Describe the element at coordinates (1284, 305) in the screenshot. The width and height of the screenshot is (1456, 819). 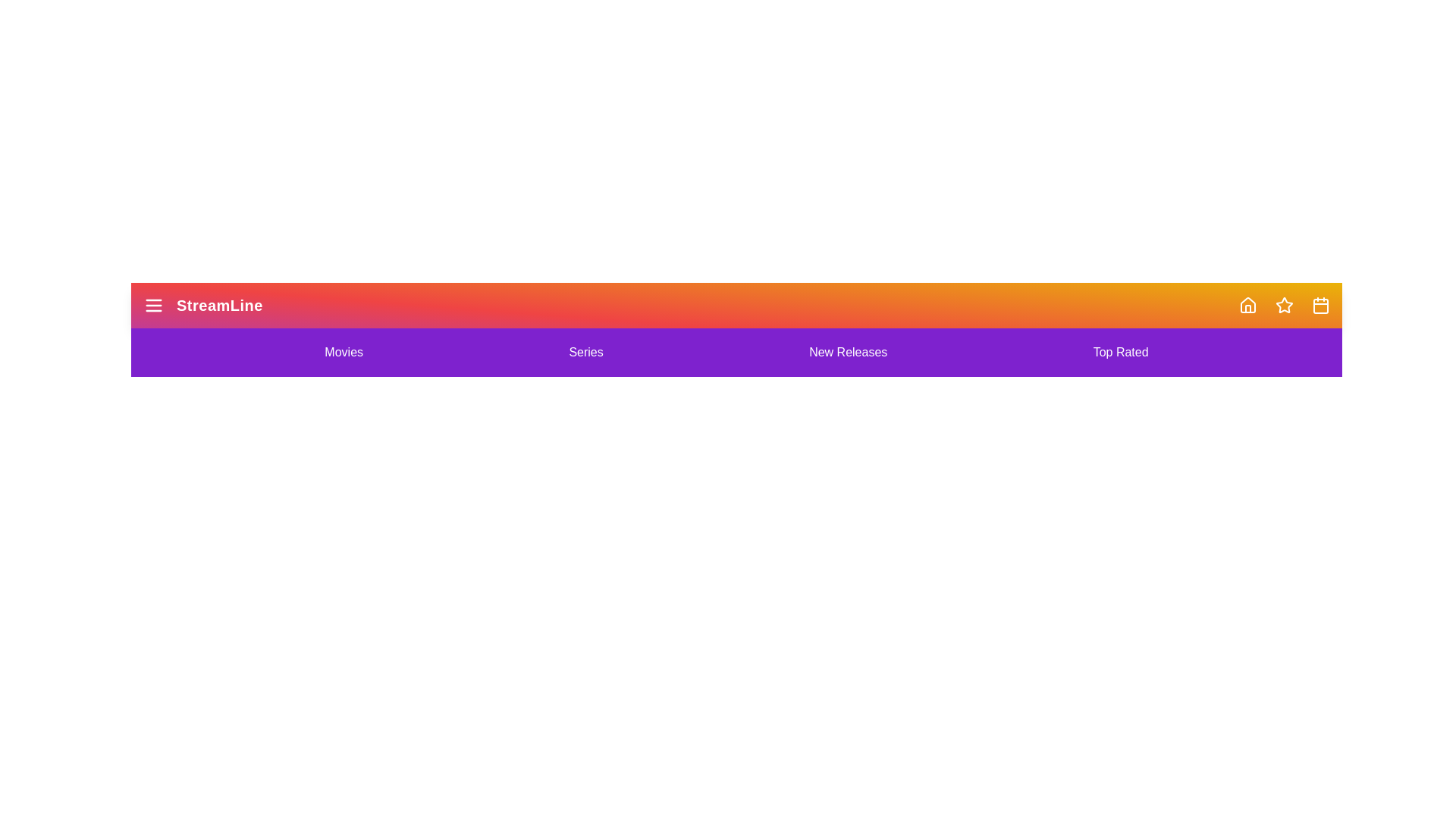
I see `the navigation icon corresponding to Star` at that location.